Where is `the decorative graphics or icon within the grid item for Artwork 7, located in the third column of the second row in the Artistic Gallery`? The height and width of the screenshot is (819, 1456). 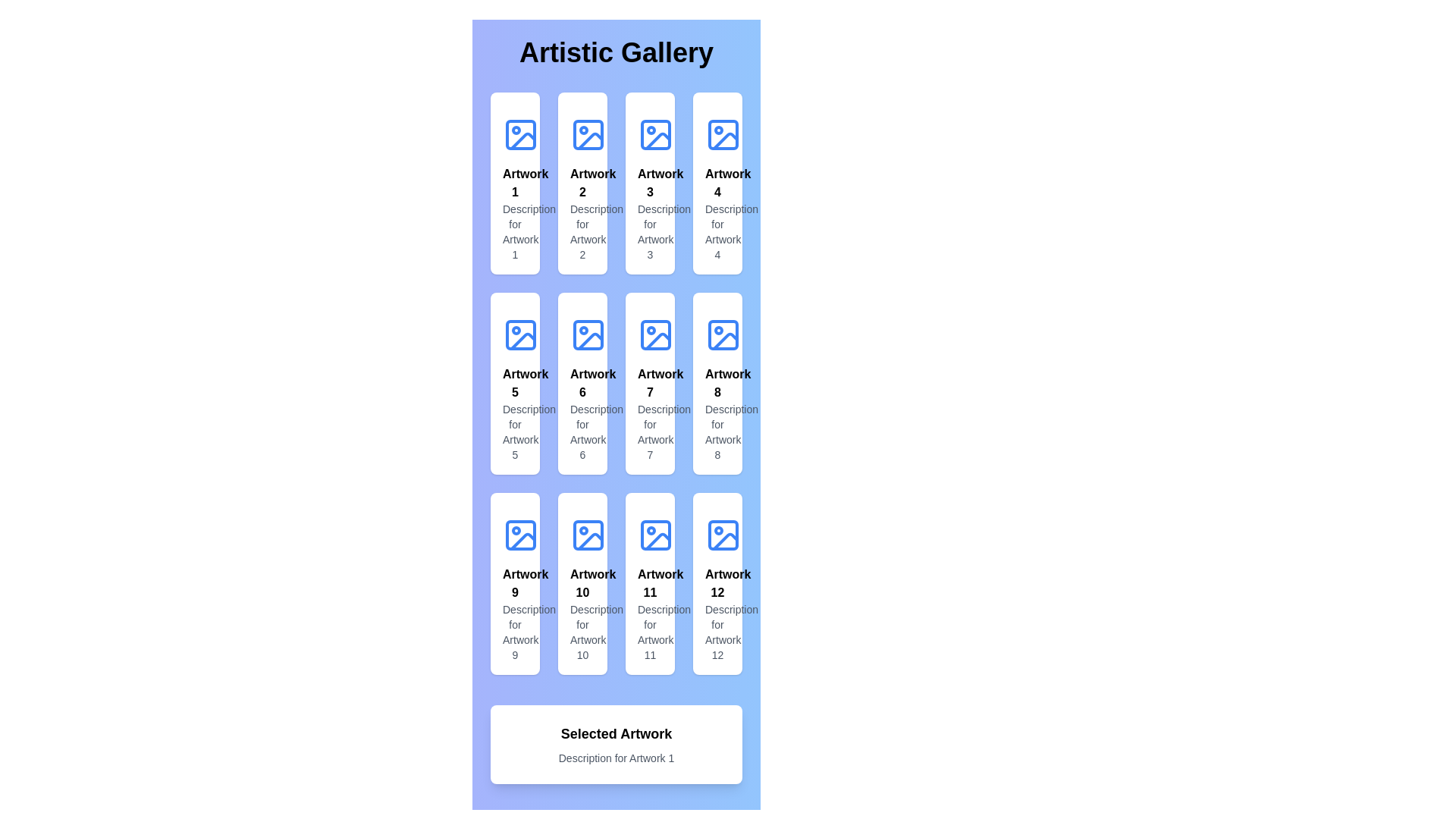 the decorative graphics or icon within the grid item for Artwork 7, located in the third column of the second row in the Artistic Gallery is located at coordinates (655, 334).